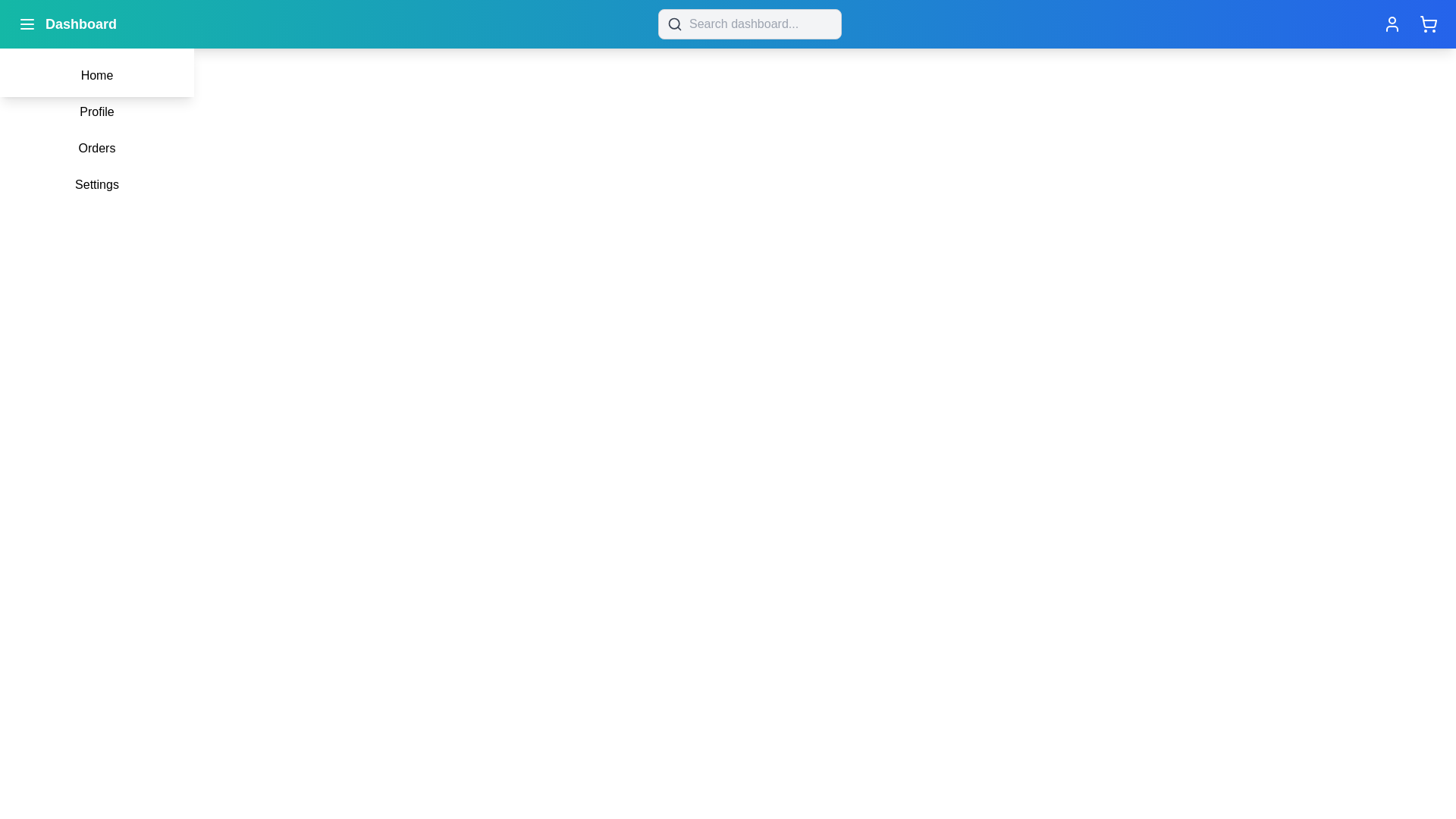  I want to click on the navigation button located at the top of the sidebar menu, which redirects to the 'Home' page, to change its style, so click(96, 76).